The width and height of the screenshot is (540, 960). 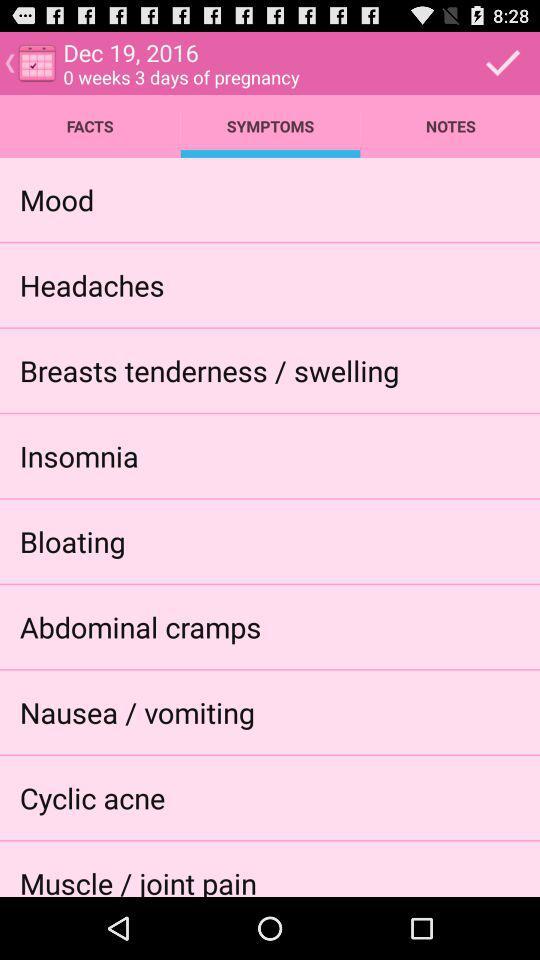 I want to click on option next to facts, so click(x=270, y=125).